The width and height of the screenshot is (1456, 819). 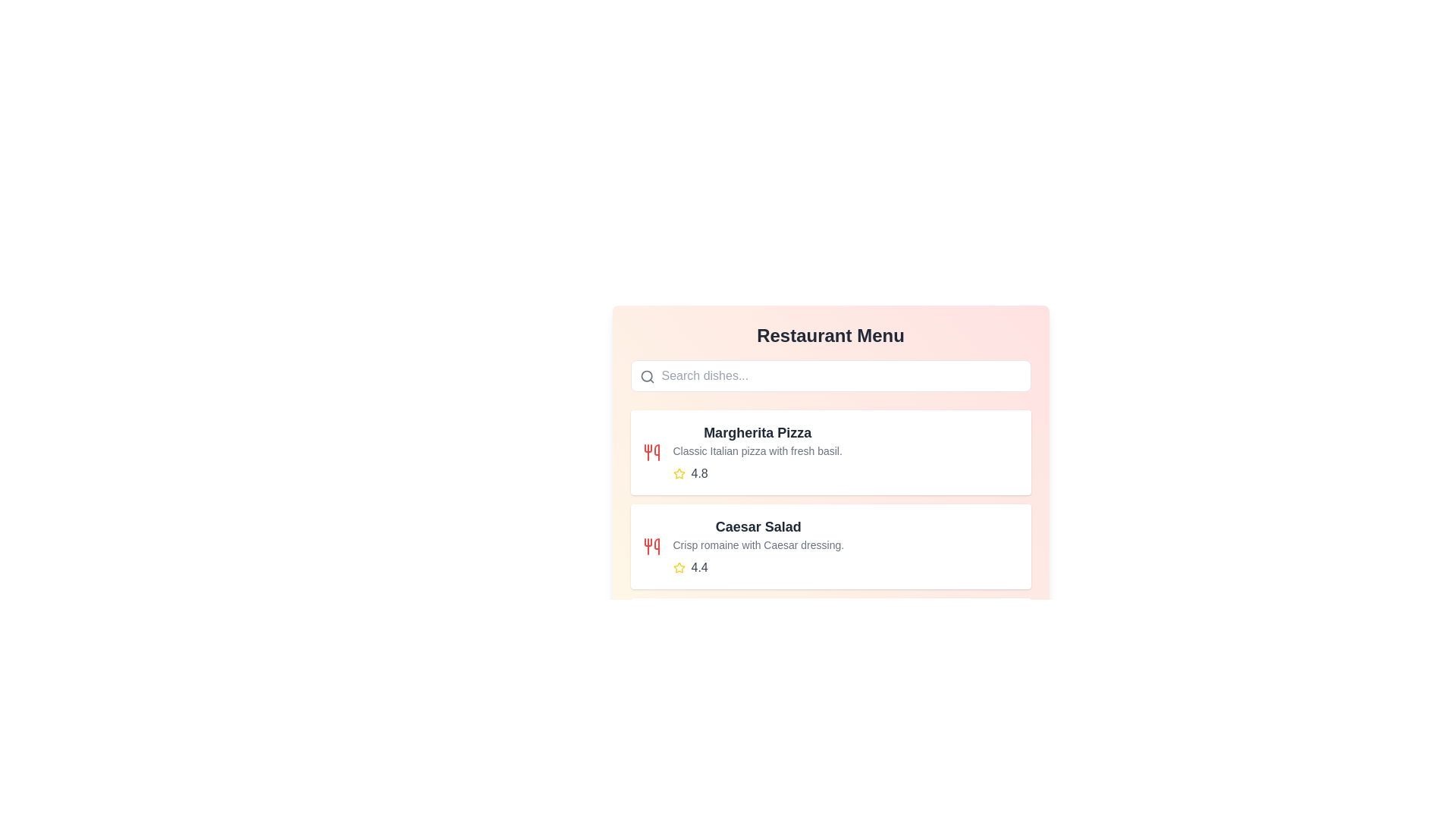 I want to click on the static text displaying the rating for the 'Caesar Salad' dish, located within the second item of a vertical list, following the star icon, so click(x=698, y=567).